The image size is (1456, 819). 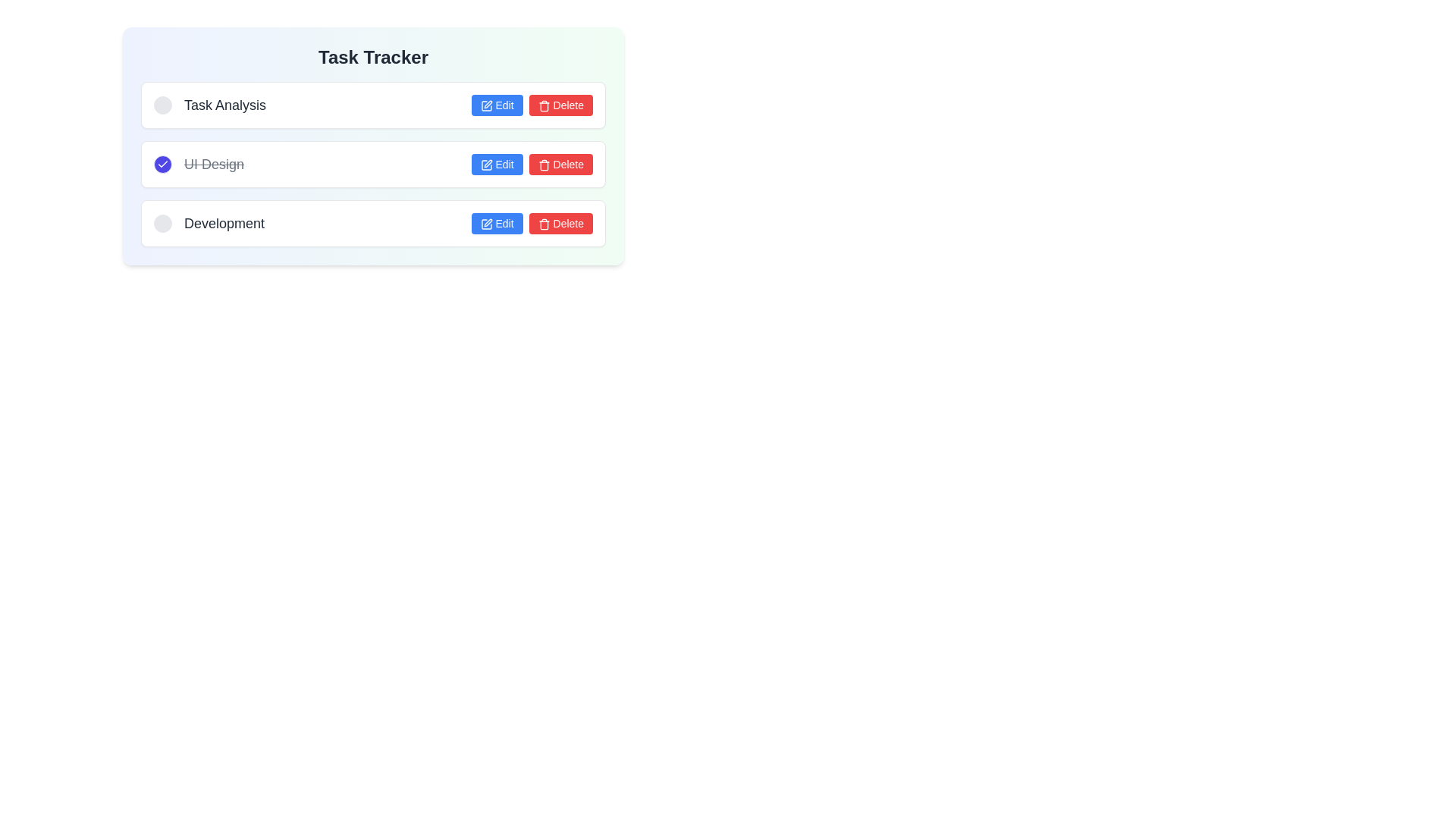 What do you see at coordinates (544, 165) in the screenshot?
I see `the red trash bin icon located at the start of the 'Delete' button, which is the second control in the row related to the 'UI Design' task entry` at bounding box center [544, 165].